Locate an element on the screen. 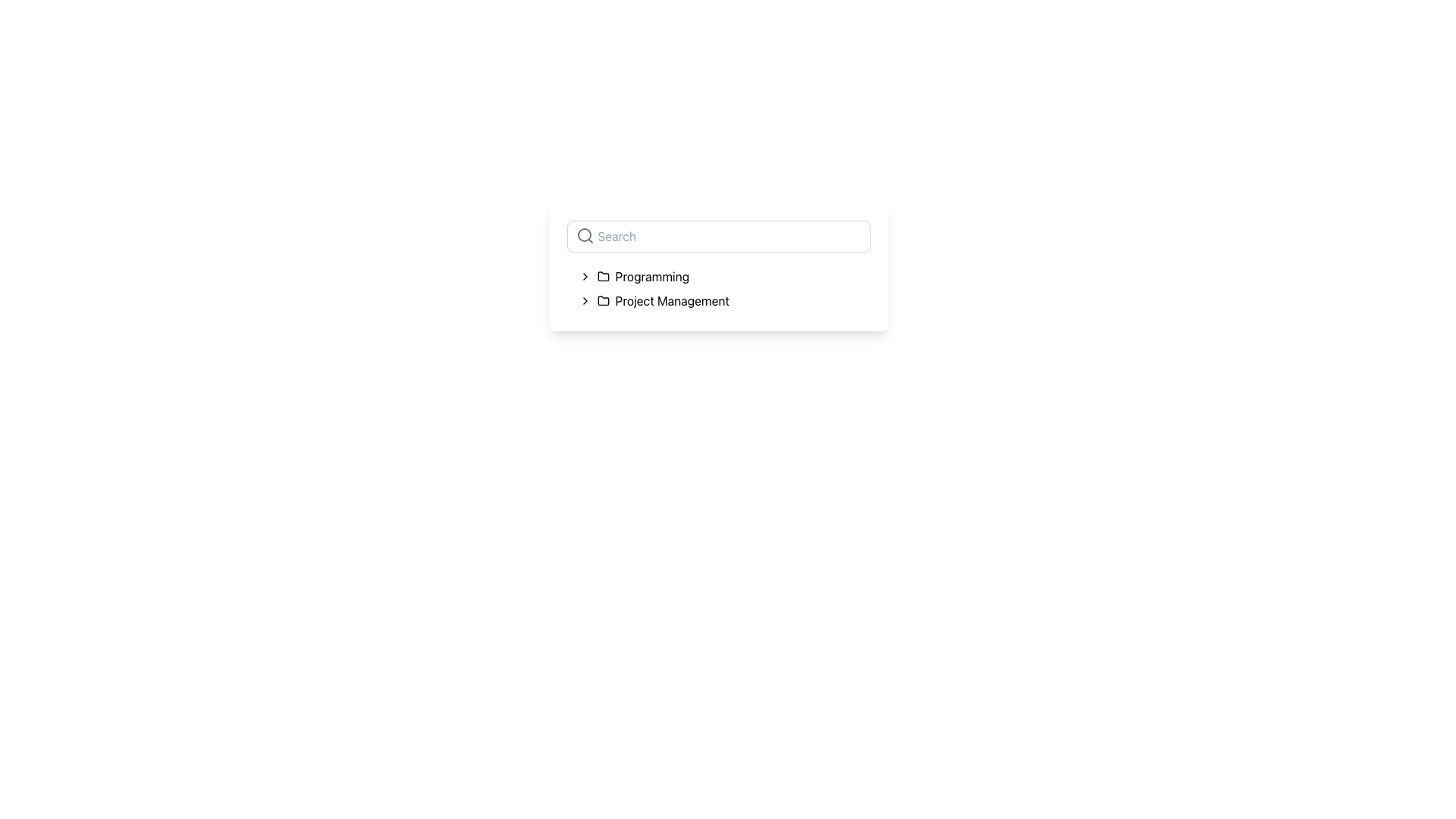 The width and height of the screenshot is (1456, 819). the 'Project Management' text label is located at coordinates (723, 301).